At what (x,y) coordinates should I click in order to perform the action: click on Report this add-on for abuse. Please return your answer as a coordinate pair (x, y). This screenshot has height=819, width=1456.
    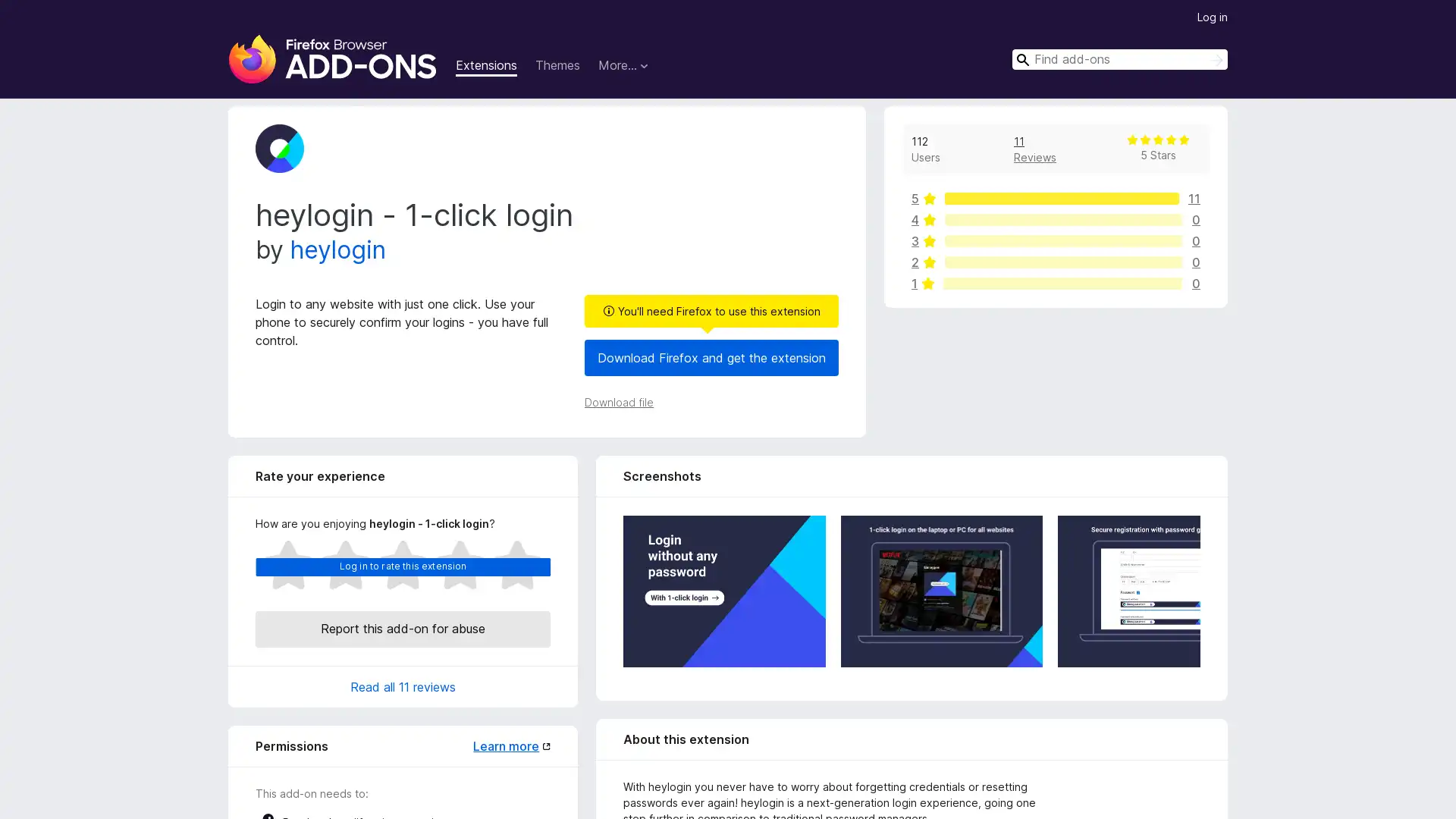
    Looking at the image, I should click on (403, 629).